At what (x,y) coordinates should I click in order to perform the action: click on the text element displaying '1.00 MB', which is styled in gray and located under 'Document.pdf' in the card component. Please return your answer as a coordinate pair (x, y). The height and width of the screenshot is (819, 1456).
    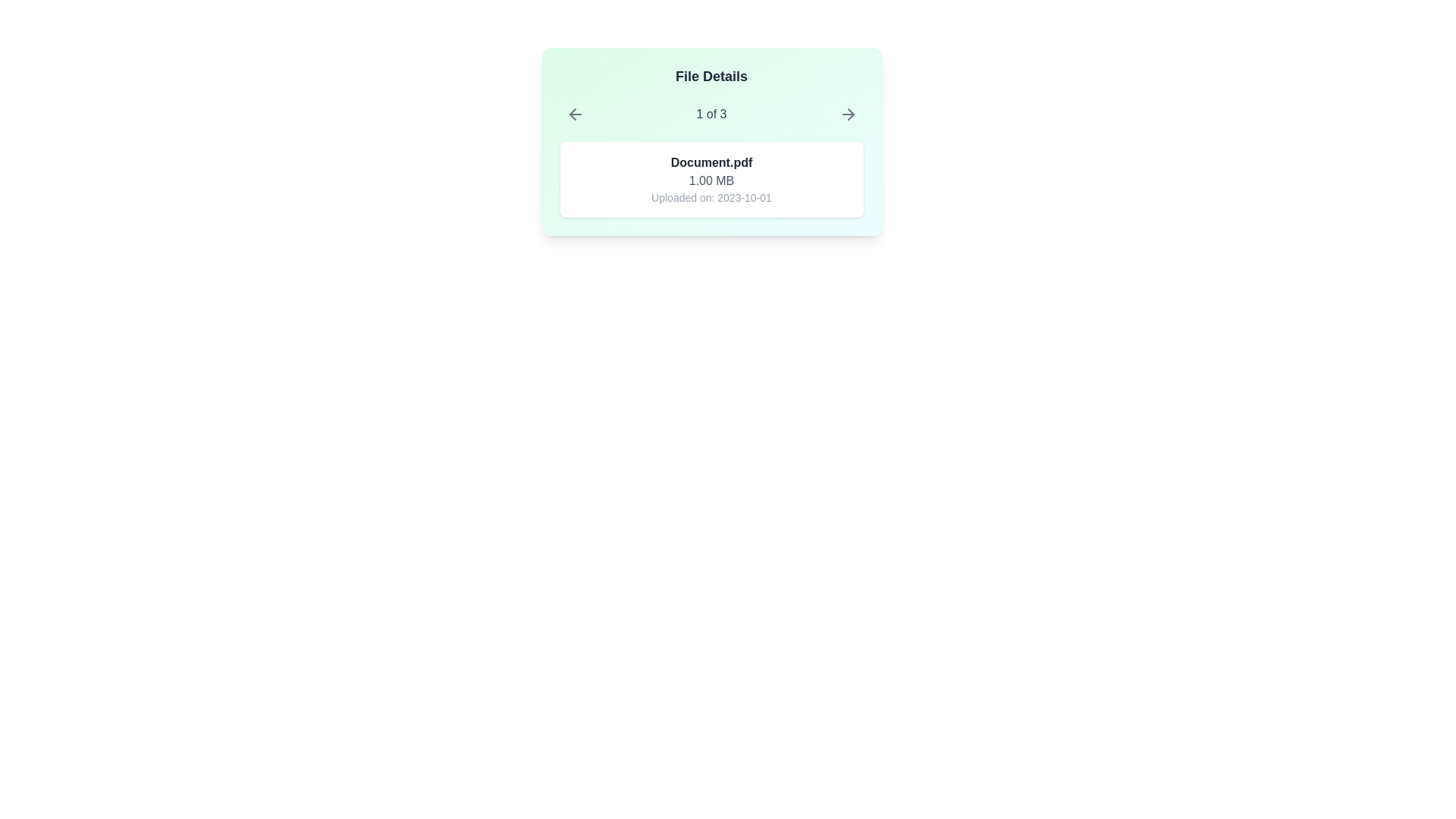
    Looking at the image, I should click on (711, 180).